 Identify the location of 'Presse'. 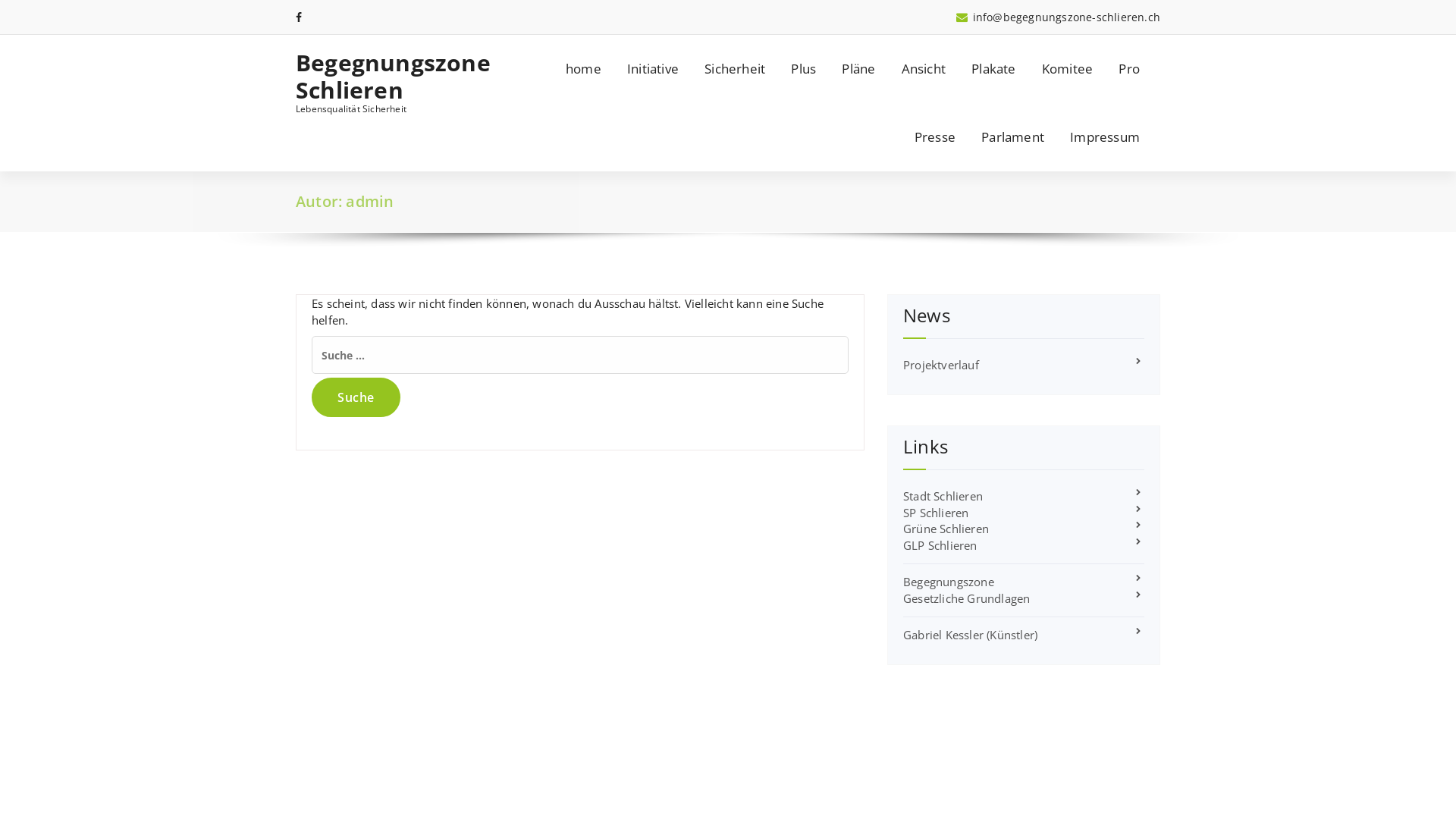
(934, 137).